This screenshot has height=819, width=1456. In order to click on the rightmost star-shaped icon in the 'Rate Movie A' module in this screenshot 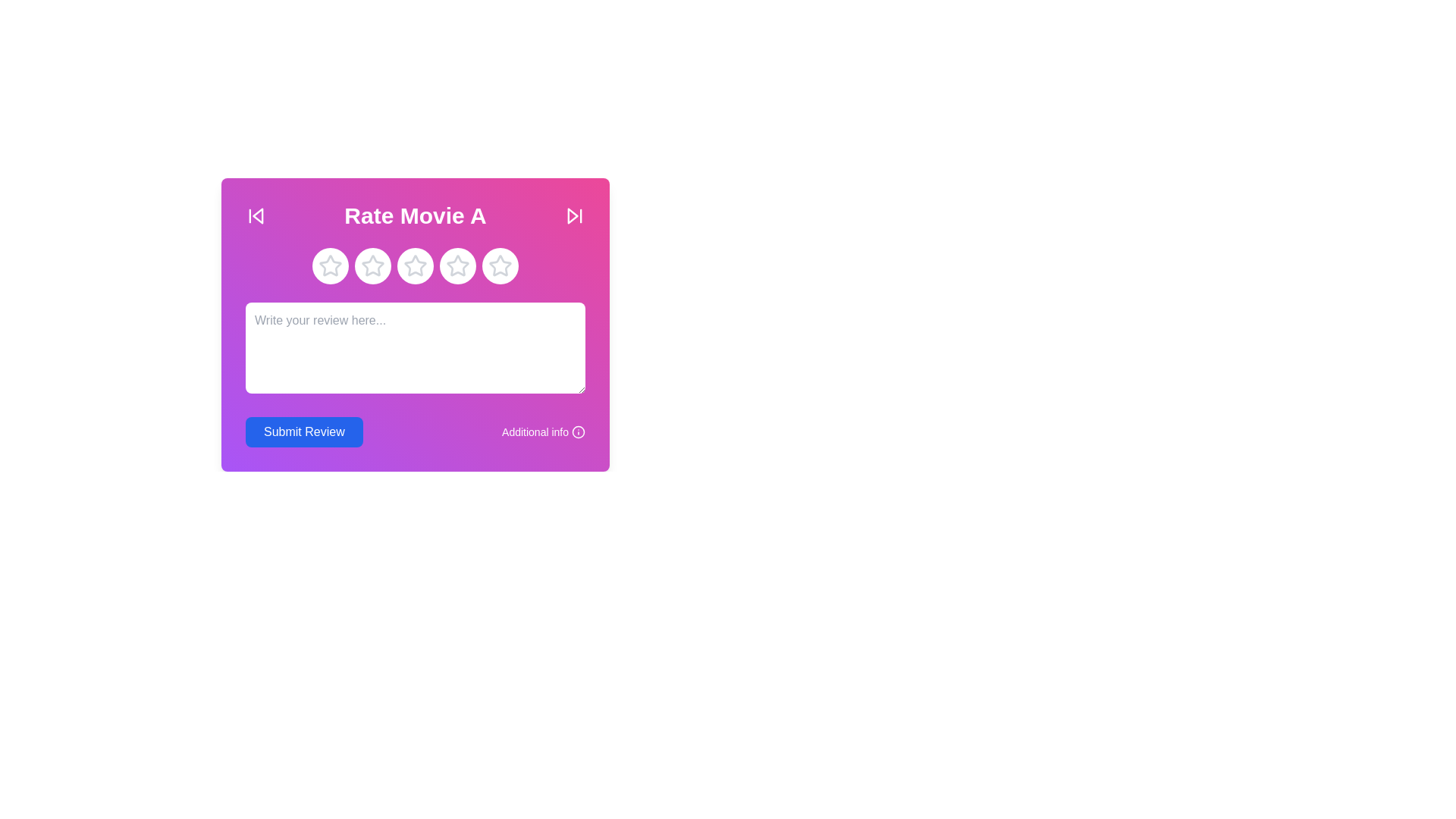, I will do `click(500, 265)`.